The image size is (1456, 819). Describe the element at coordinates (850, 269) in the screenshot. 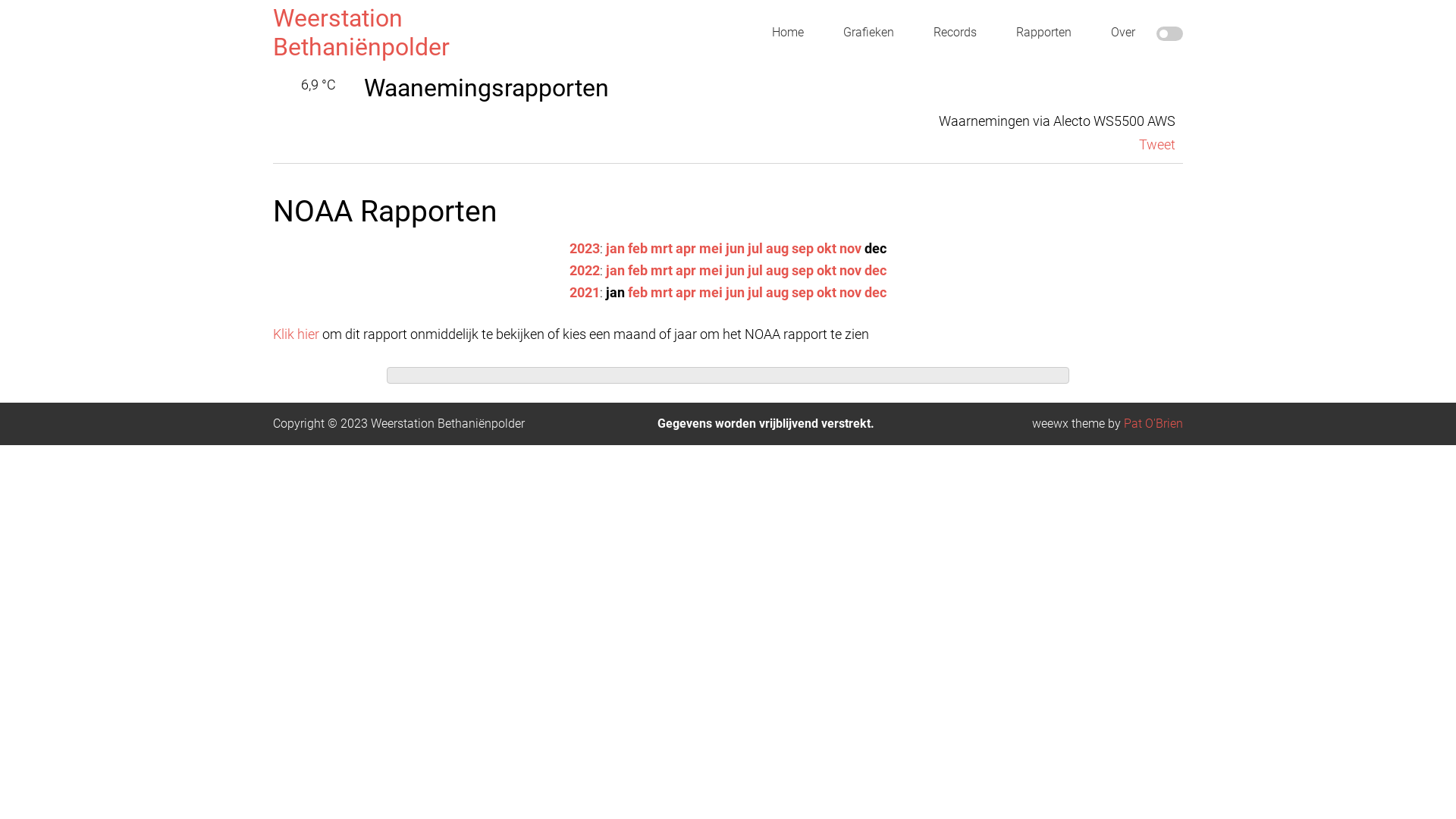

I see `'nov'` at that location.